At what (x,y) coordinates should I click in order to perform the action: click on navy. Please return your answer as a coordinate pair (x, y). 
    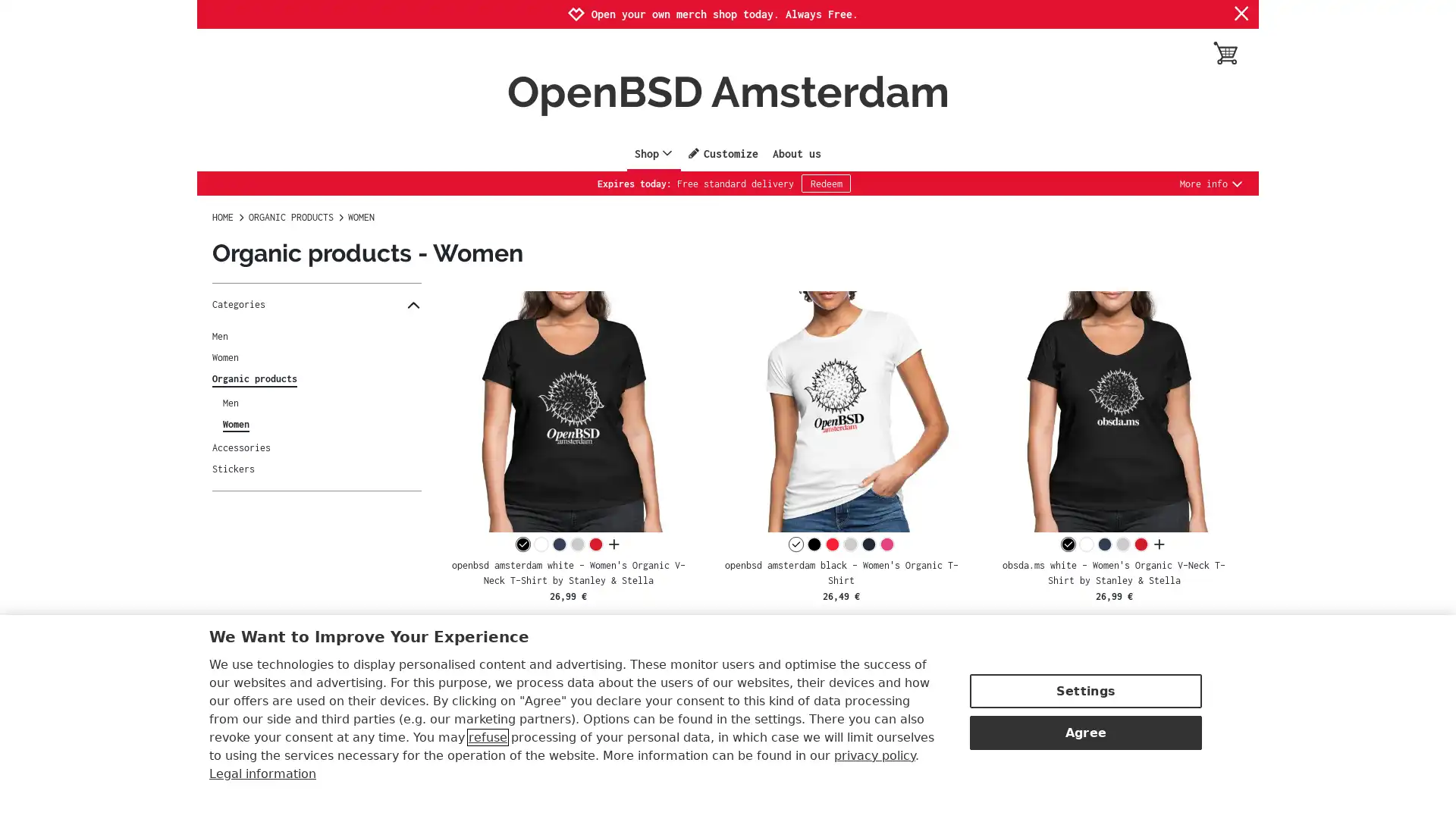
    Looking at the image, I should click on (1105, 544).